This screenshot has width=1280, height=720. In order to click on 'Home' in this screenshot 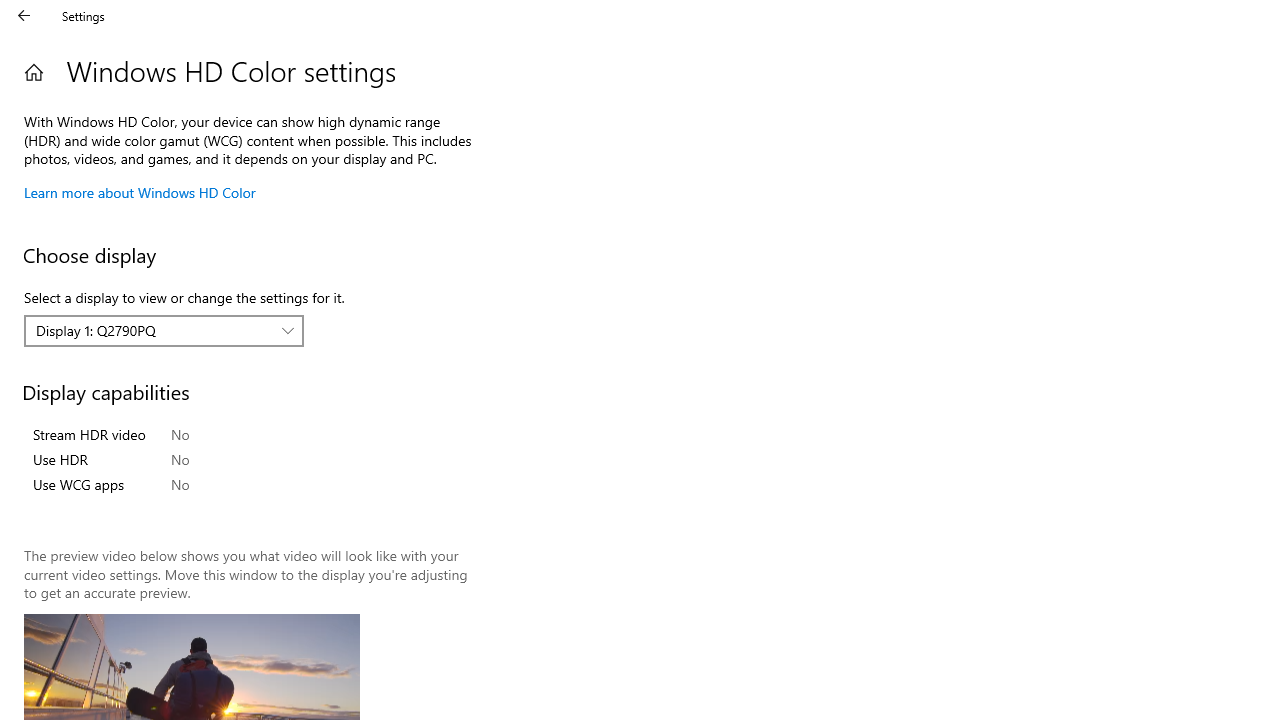, I will do `click(33, 71)`.